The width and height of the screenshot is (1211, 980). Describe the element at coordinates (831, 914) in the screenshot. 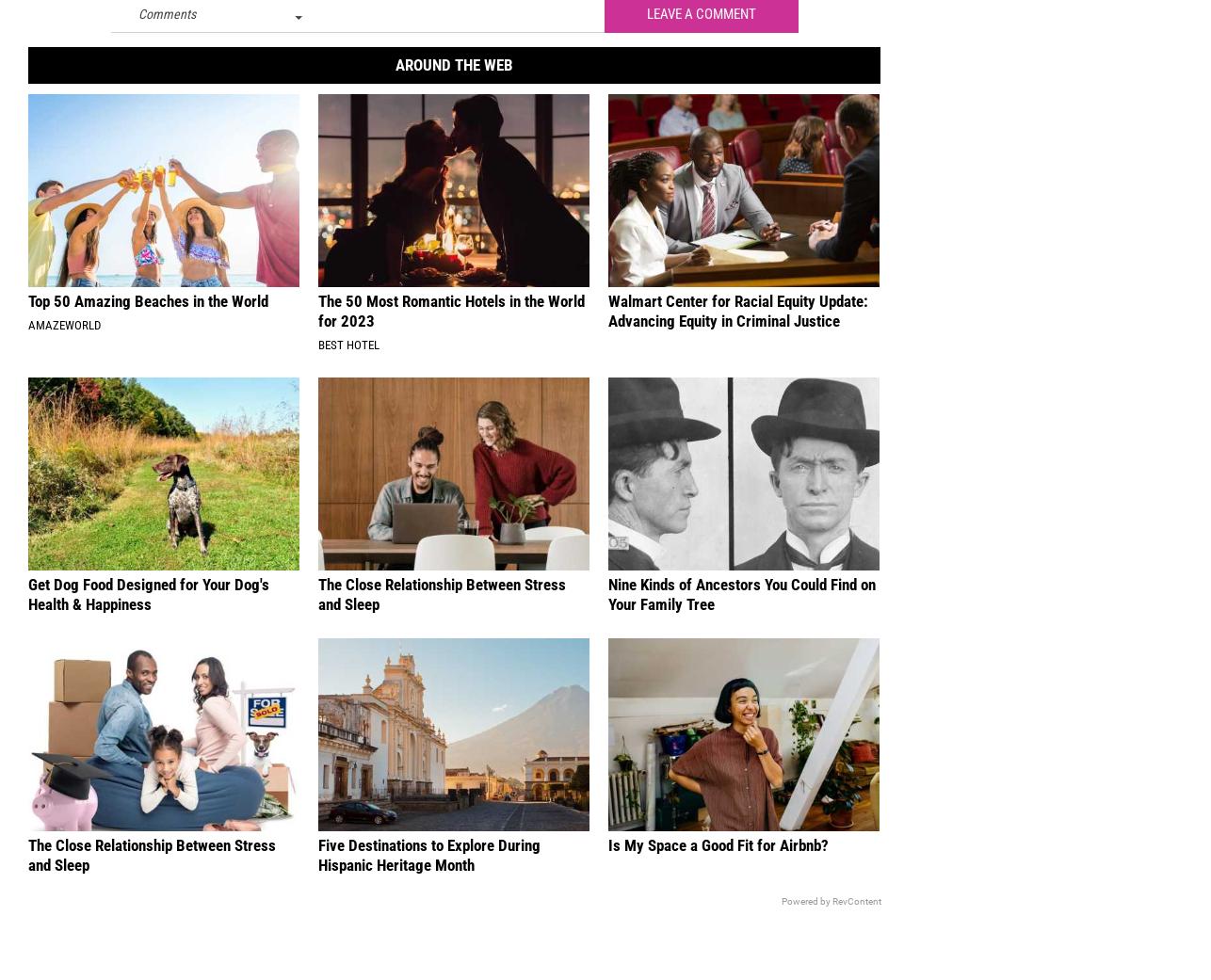

I see `'Powered by RevContent'` at that location.